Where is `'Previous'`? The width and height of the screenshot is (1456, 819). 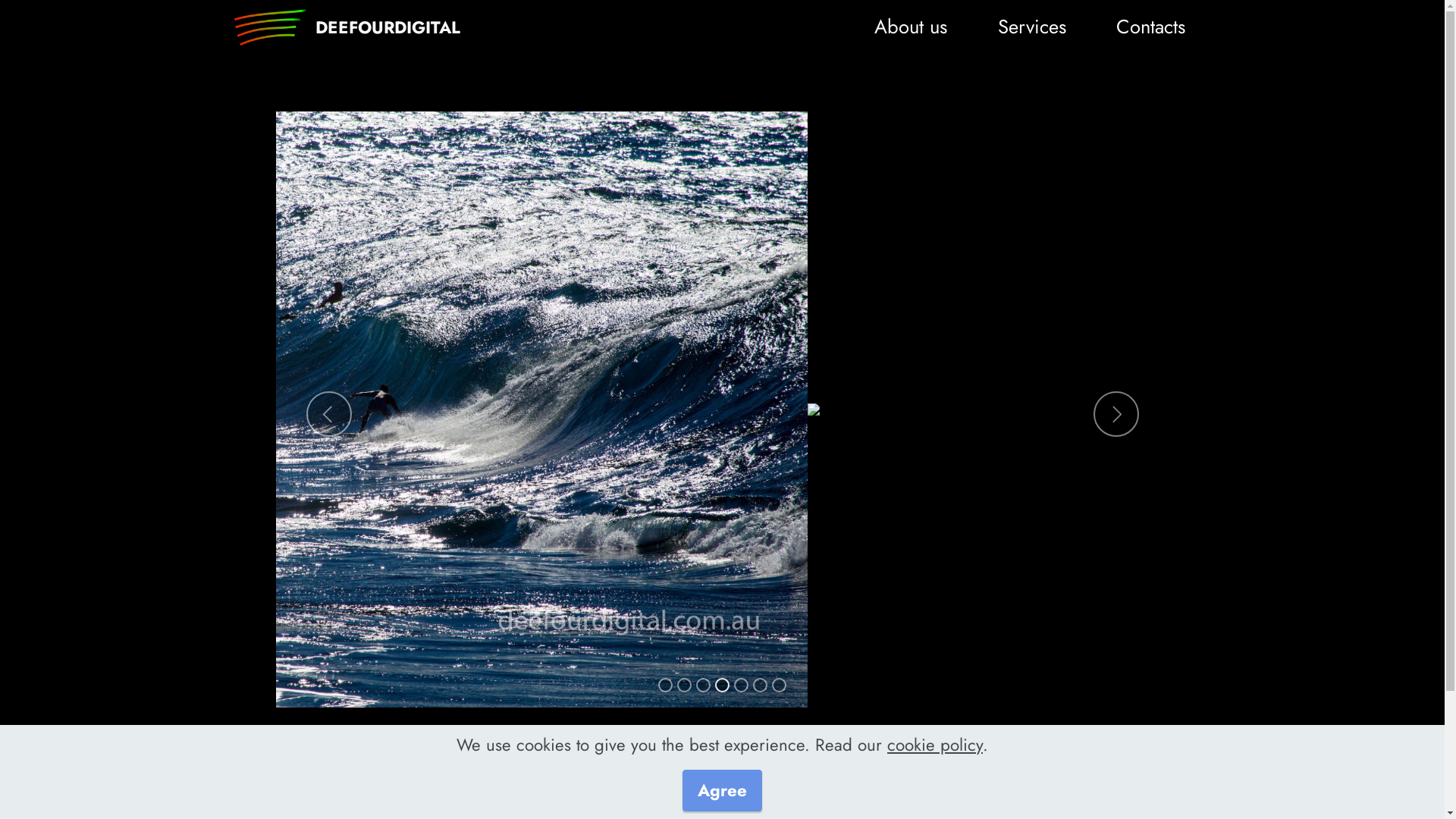 'Previous' is located at coordinates (328, 414).